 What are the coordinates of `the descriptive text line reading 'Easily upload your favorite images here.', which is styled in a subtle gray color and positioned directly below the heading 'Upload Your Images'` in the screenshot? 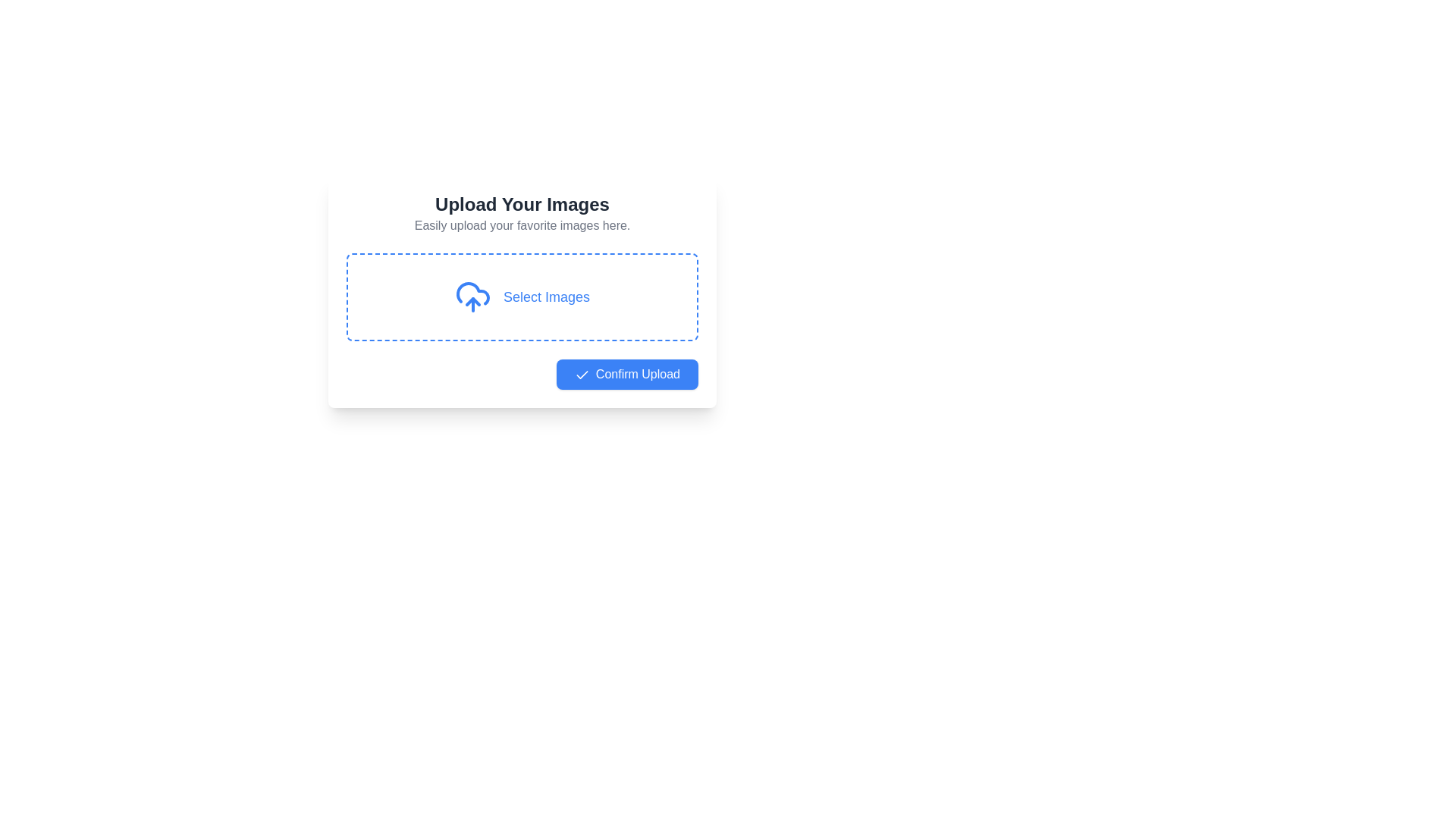 It's located at (522, 225).